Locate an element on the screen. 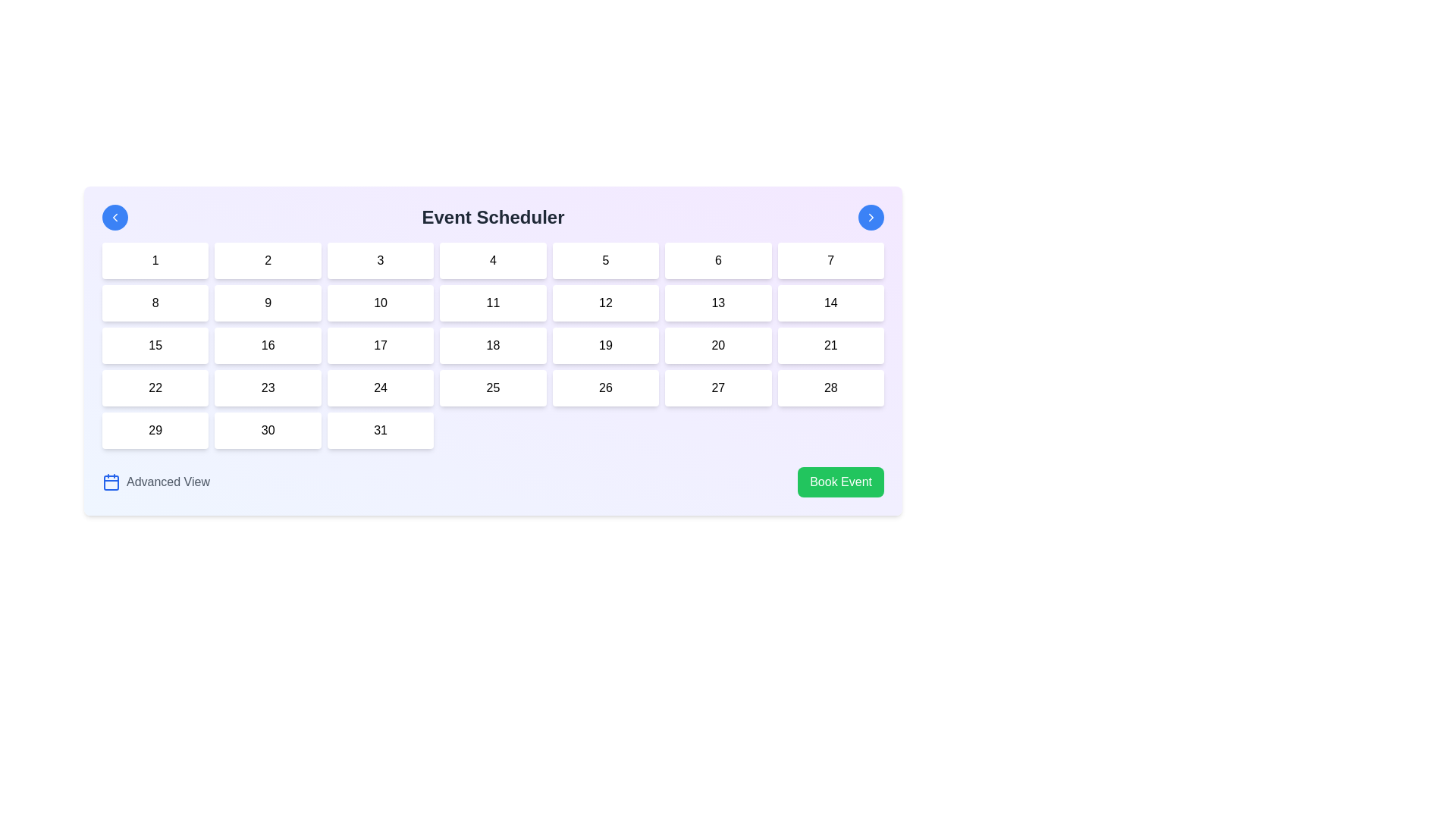 This screenshot has width=1456, height=819. the selectable day button in the Event Scheduler grid to observe the background color change is located at coordinates (381, 303).